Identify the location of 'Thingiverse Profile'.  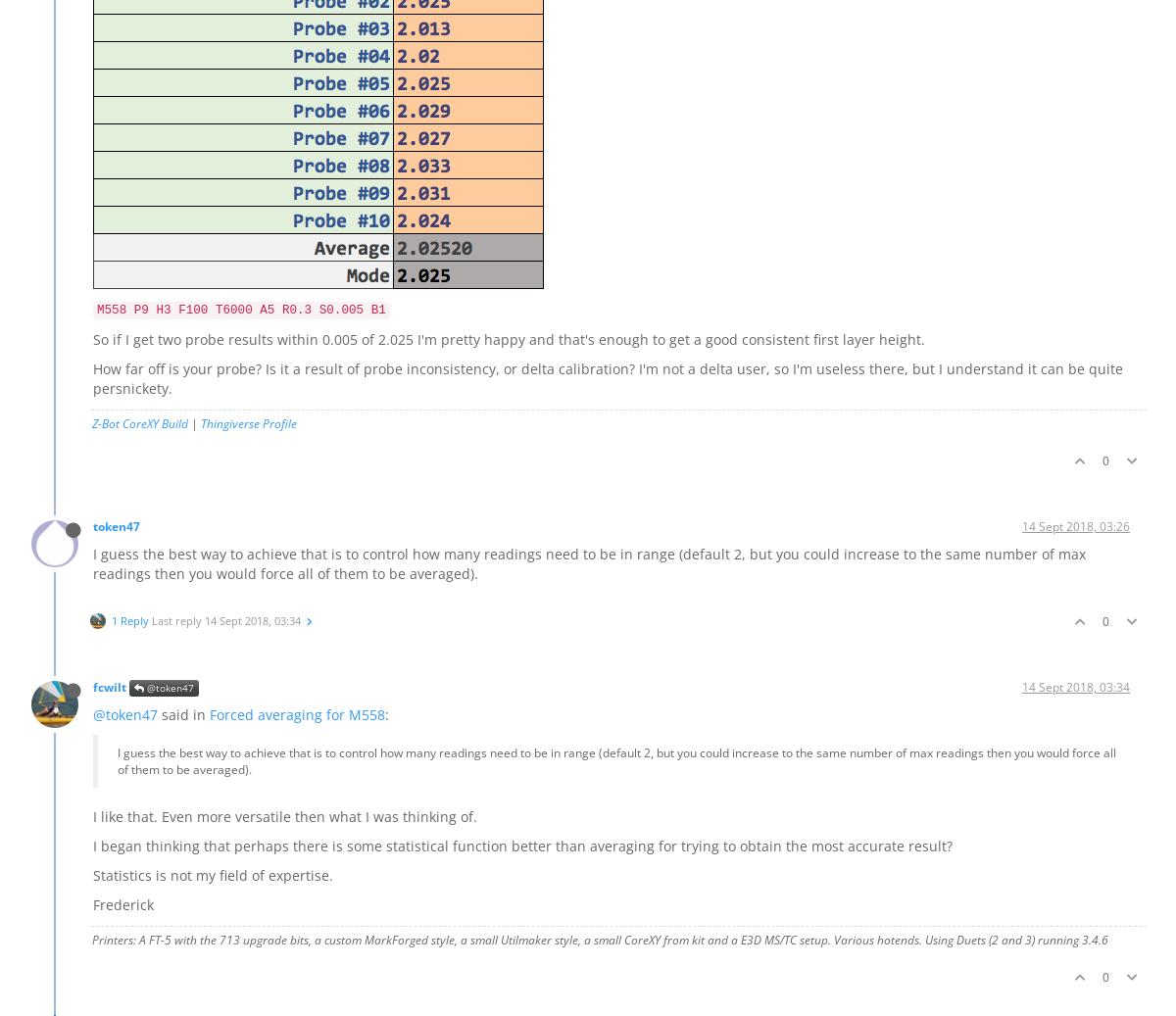
(248, 421).